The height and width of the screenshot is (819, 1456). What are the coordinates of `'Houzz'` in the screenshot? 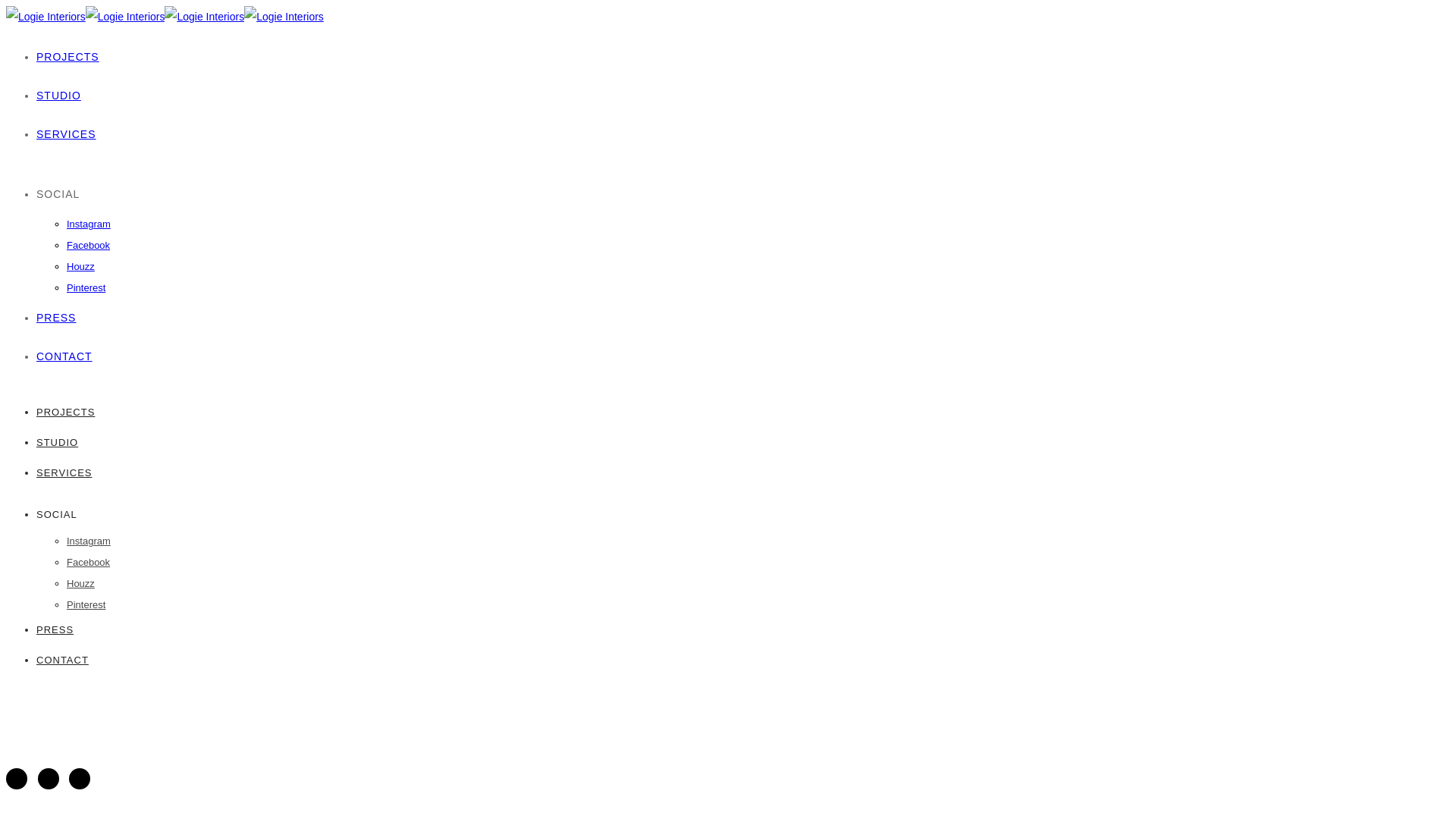 It's located at (80, 582).